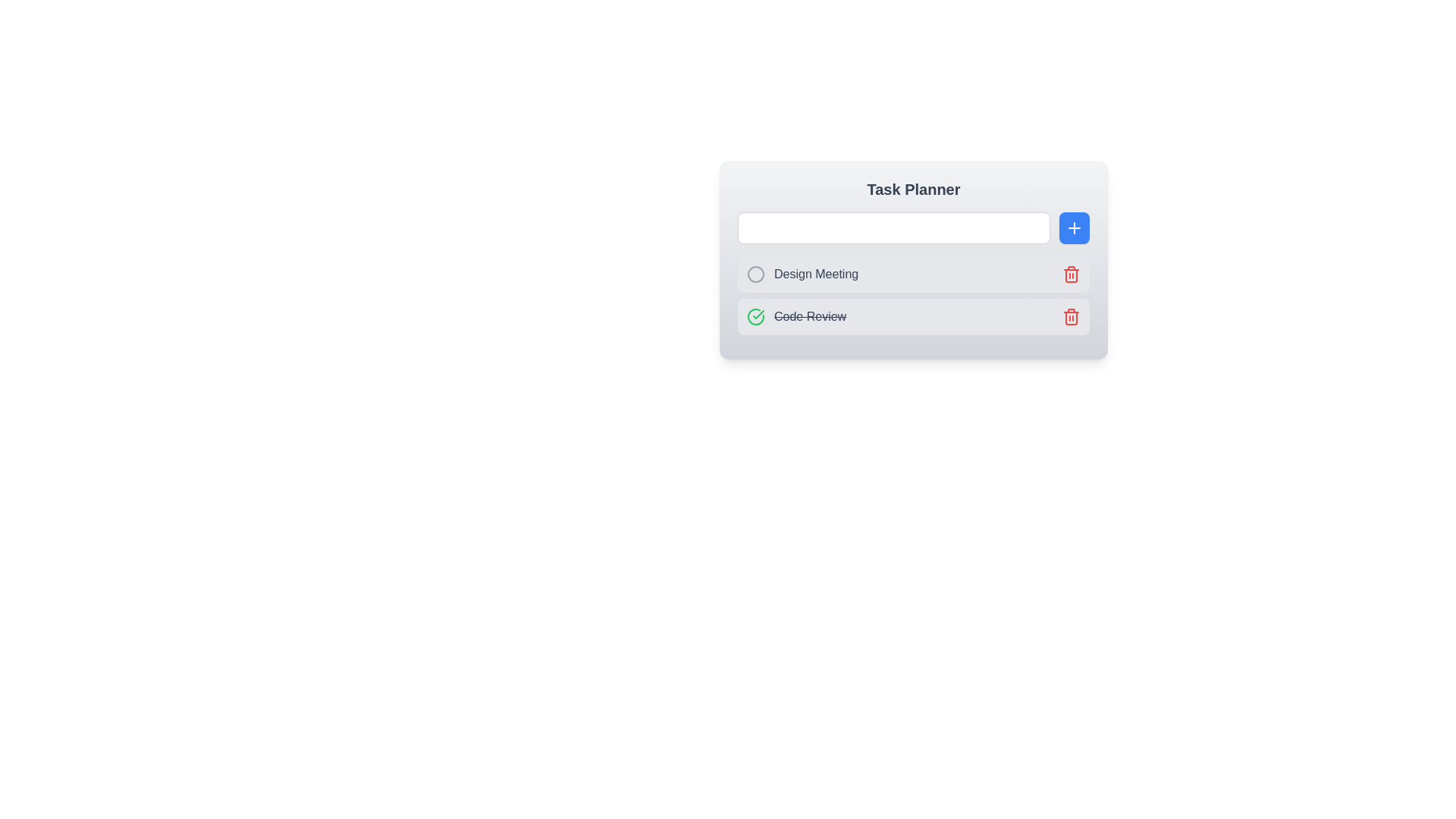  I want to click on the delete icon for the 'Design Meeting' task, so click(1065, 275).